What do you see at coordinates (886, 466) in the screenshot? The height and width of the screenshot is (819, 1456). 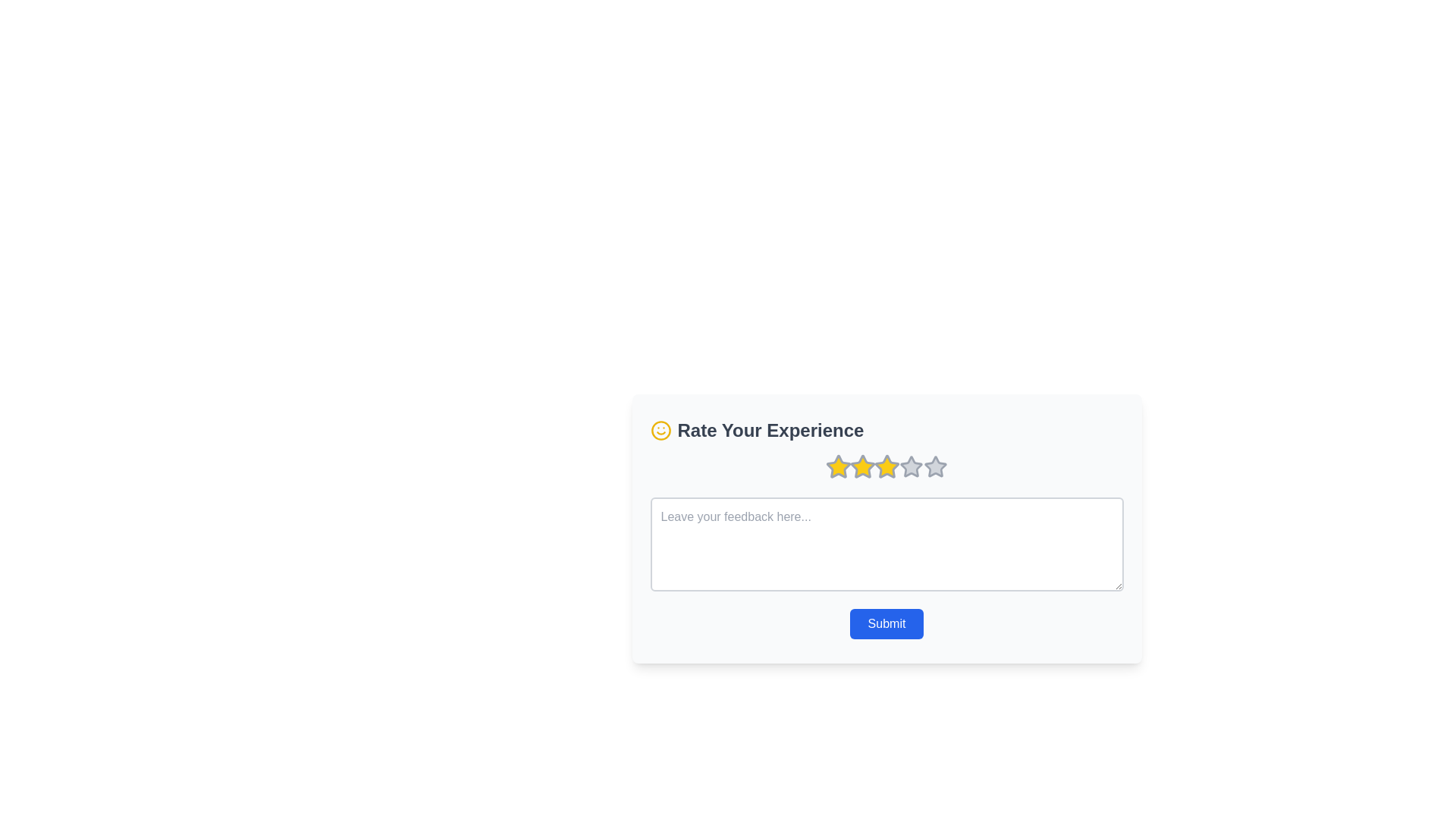 I see `the star in the Interactive rating stars widget` at bounding box center [886, 466].